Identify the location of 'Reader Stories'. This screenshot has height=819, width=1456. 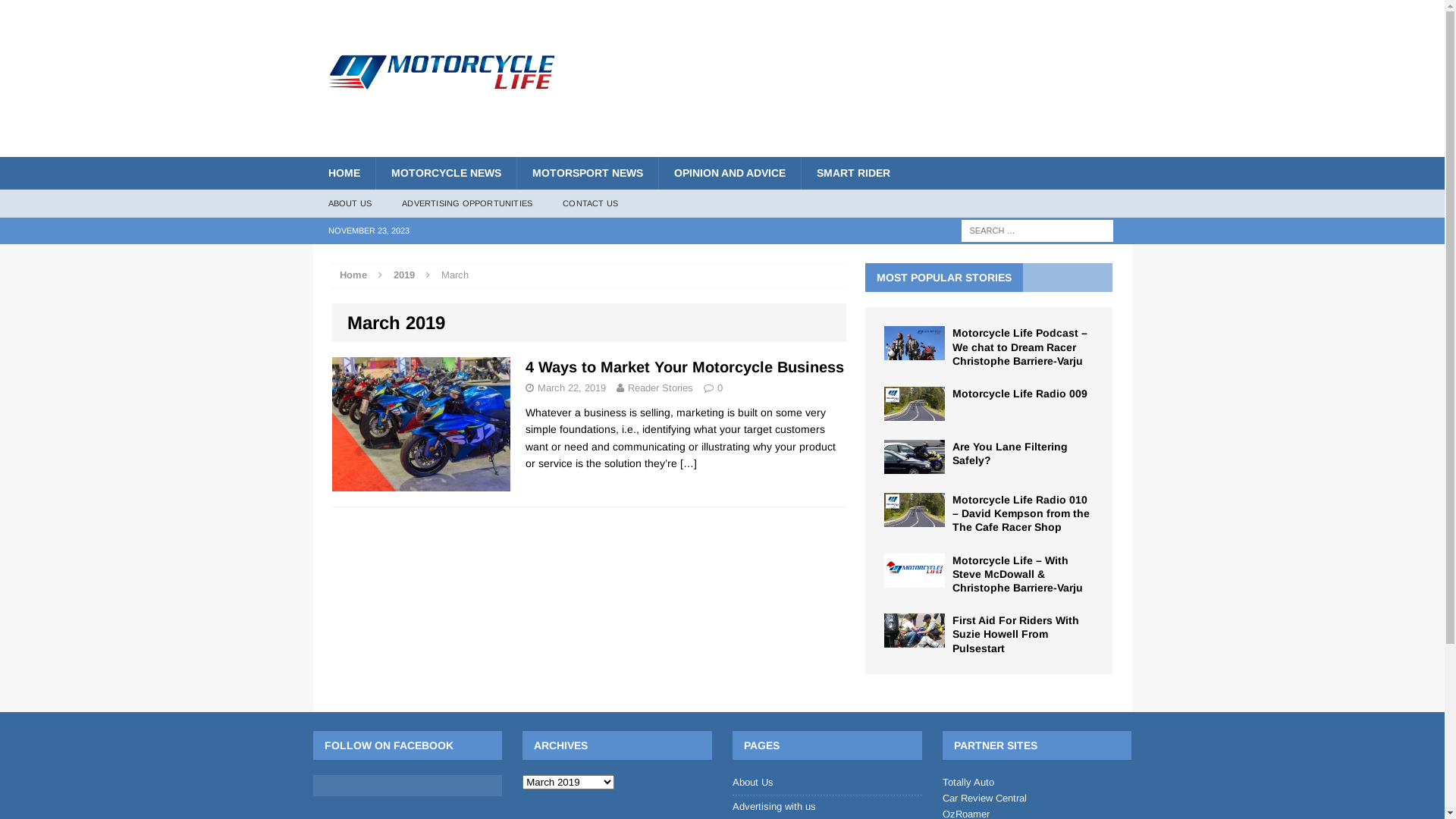
(660, 387).